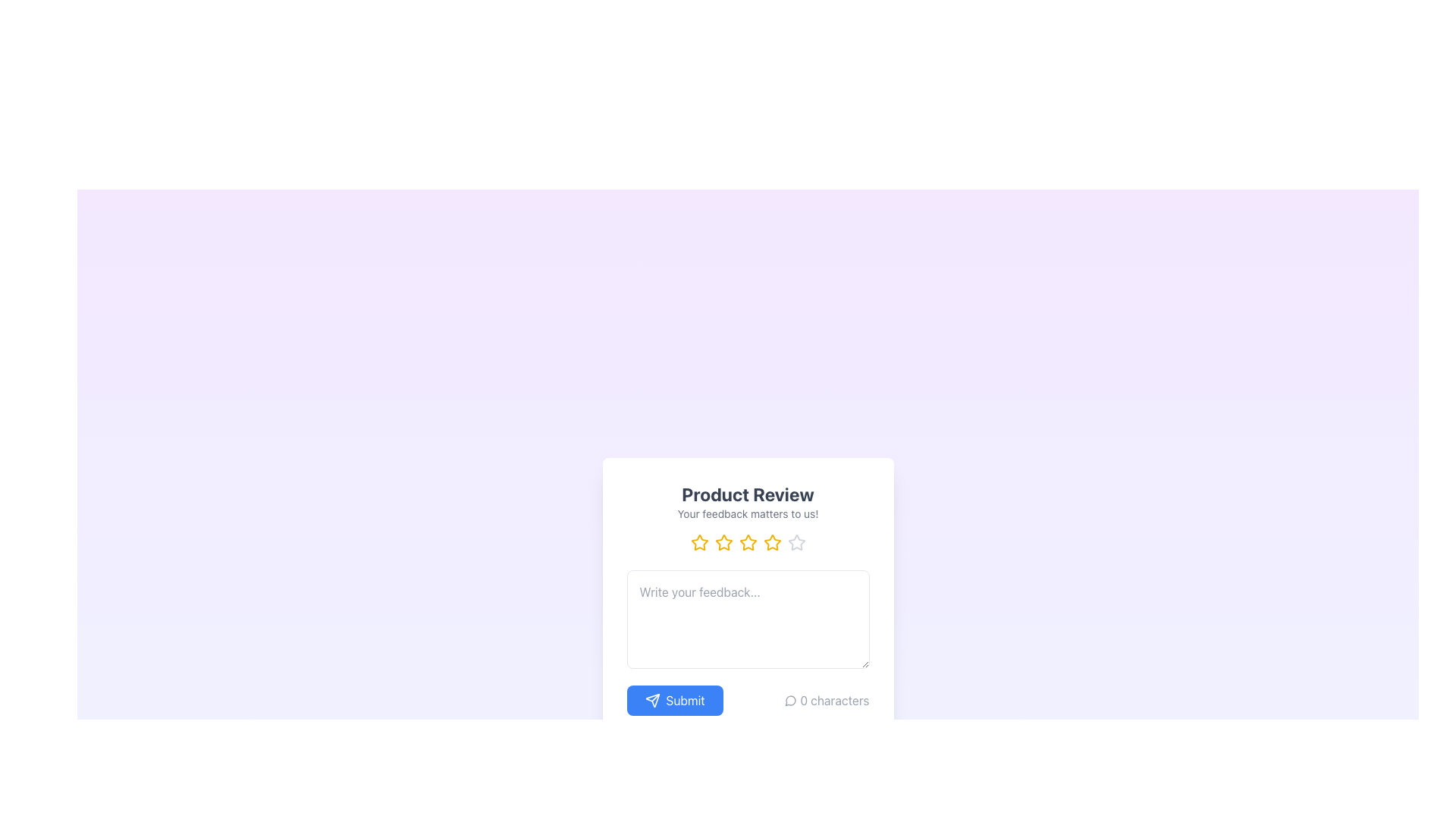 Image resolution: width=1456 pixels, height=819 pixels. What do you see at coordinates (748, 502) in the screenshot?
I see `the title and subtitle text block located at the top section of the product review card to engage users for feedback` at bounding box center [748, 502].